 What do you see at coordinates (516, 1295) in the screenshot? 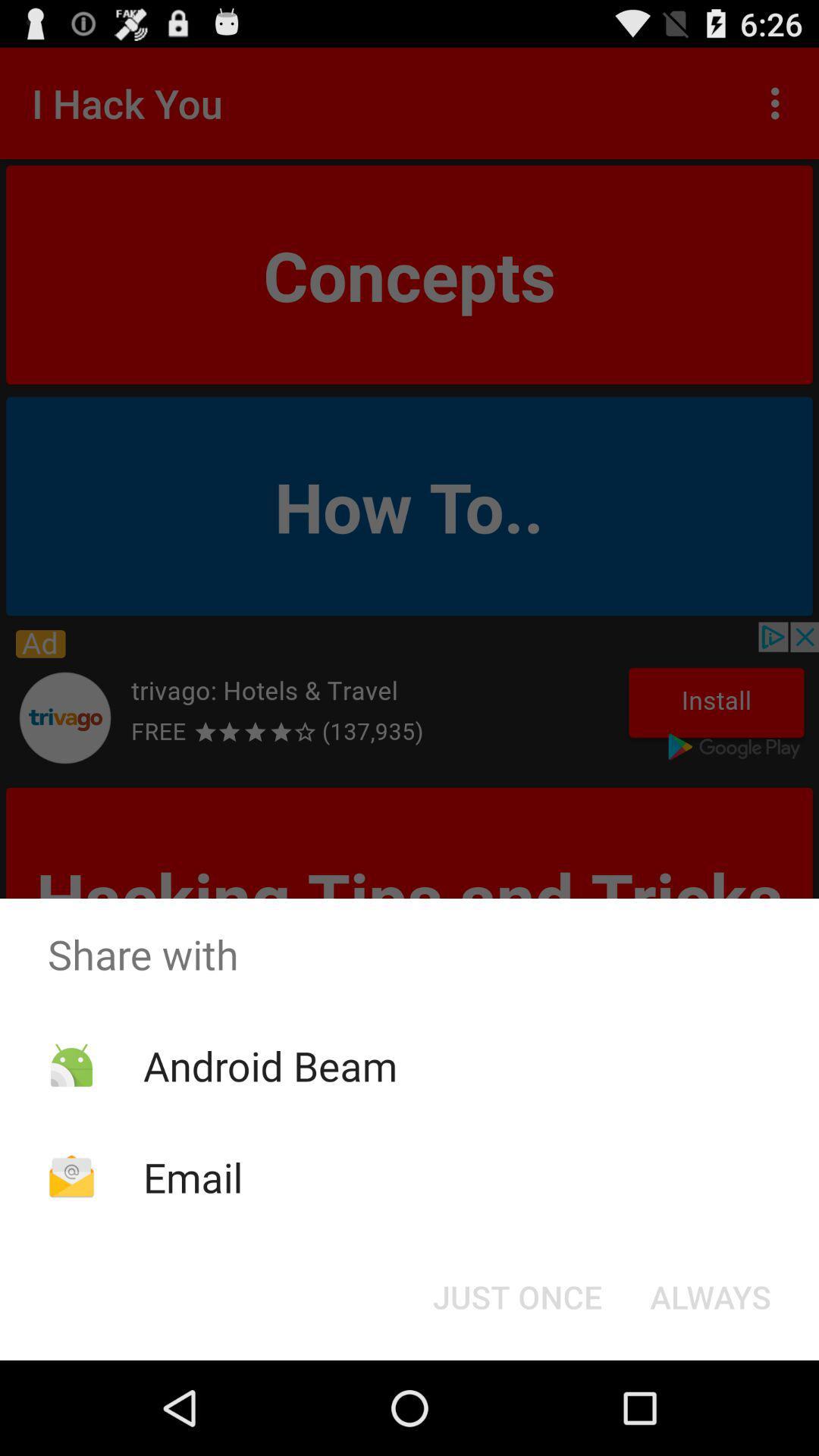
I see `icon at the bottom` at bounding box center [516, 1295].